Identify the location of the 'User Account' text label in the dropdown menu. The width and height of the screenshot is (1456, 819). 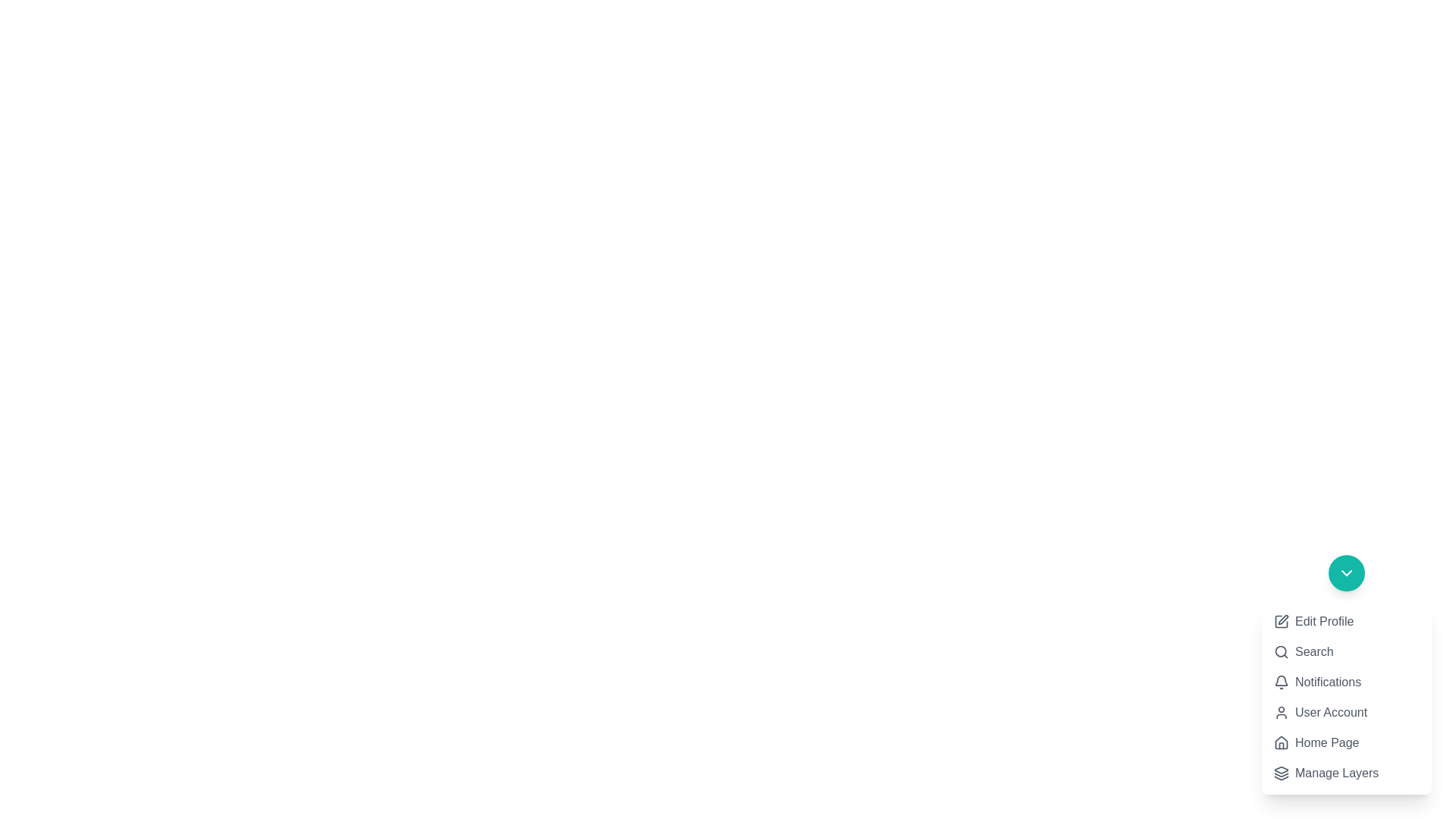
(1330, 713).